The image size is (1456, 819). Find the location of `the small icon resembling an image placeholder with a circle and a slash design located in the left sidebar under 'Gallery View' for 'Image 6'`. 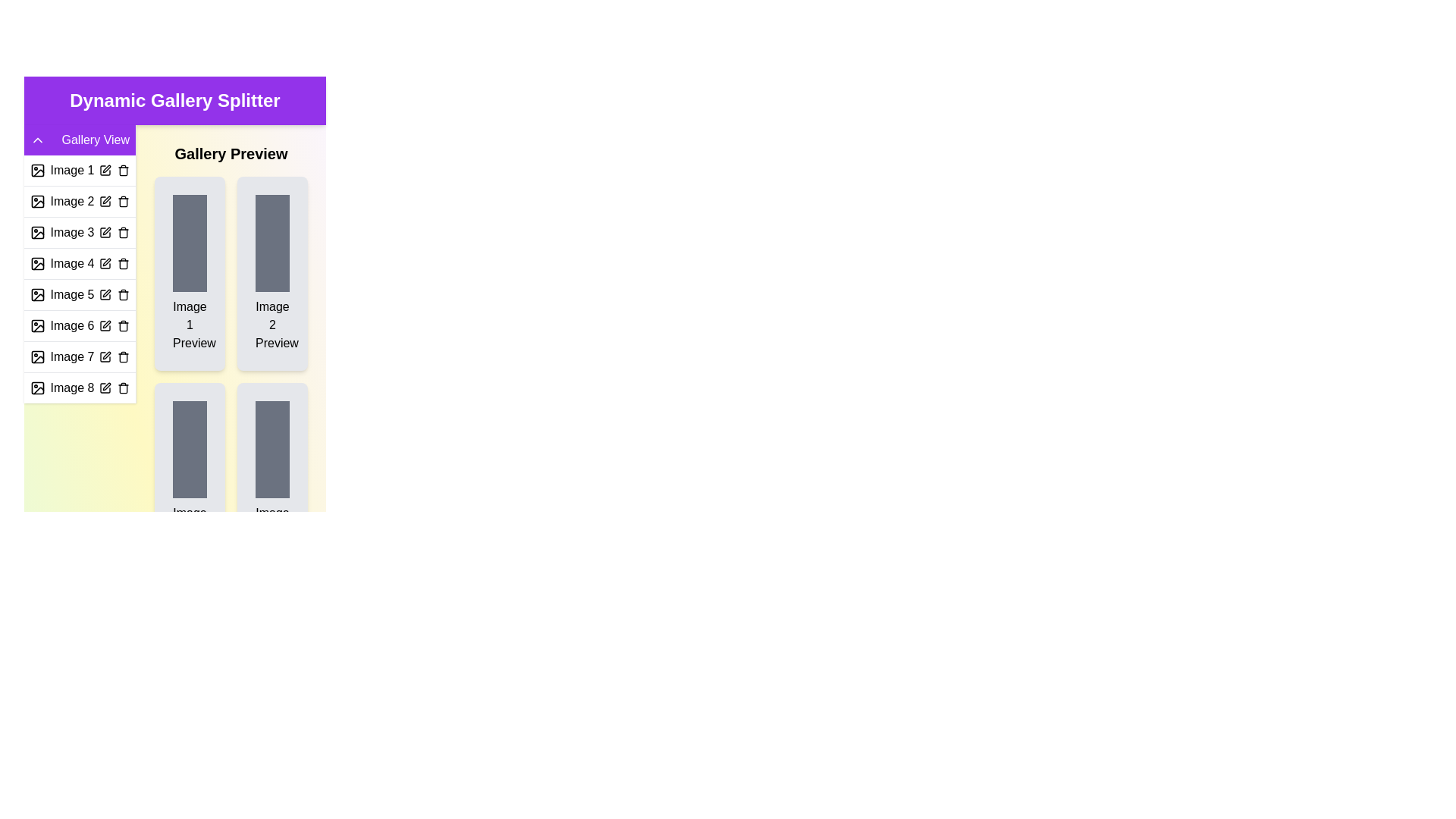

the small icon resembling an image placeholder with a circle and a slash design located in the left sidebar under 'Gallery View' for 'Image 6' is located at coordinates (37, 325).